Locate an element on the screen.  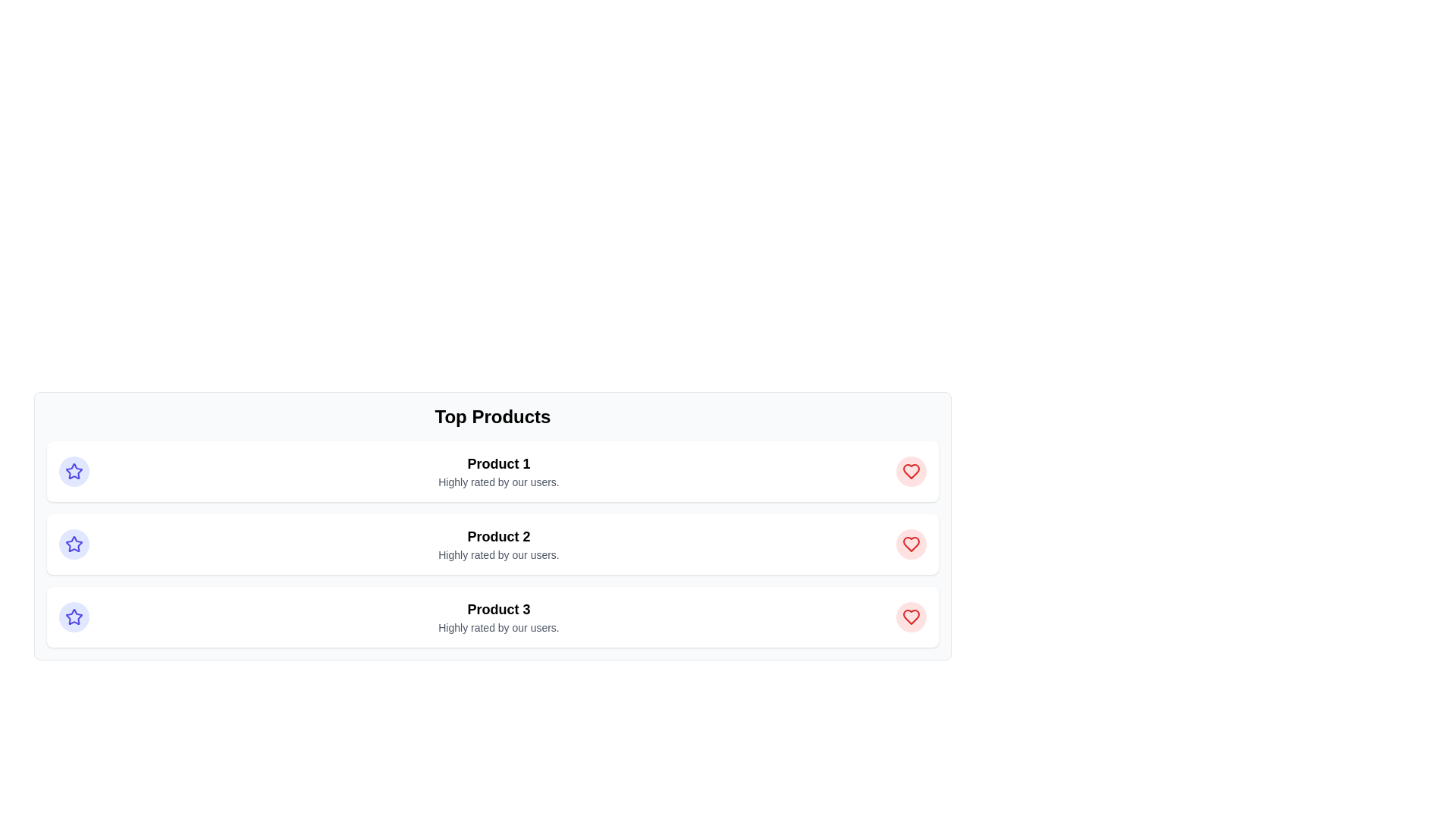
the text of the label identifying 'Product 3' located in the bottom-most row of the product list for copying is located at coordinates (498, 608).